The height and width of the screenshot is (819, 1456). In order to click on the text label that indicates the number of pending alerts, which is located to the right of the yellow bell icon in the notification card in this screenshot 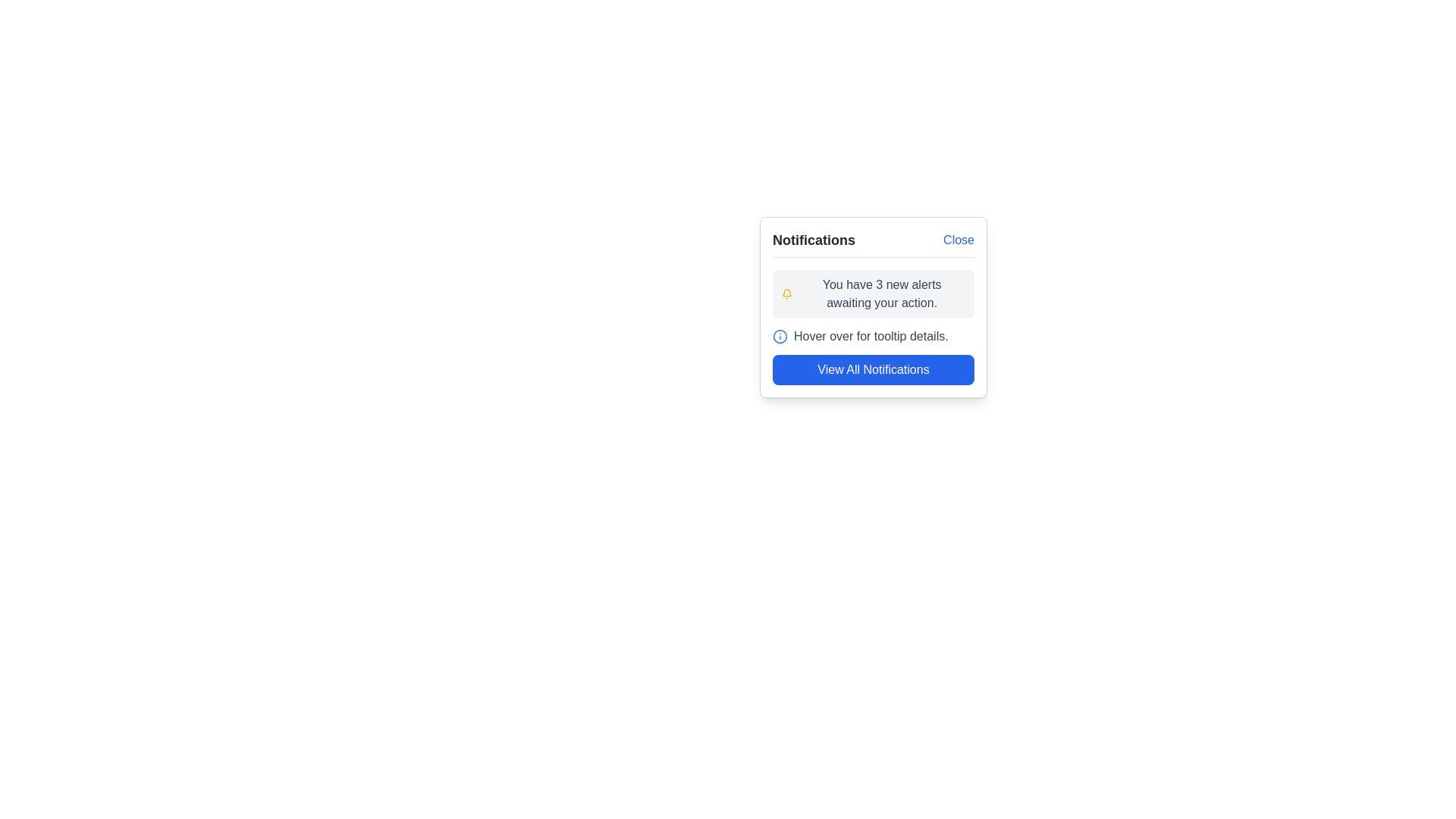, I will do `click(882, 294)`.